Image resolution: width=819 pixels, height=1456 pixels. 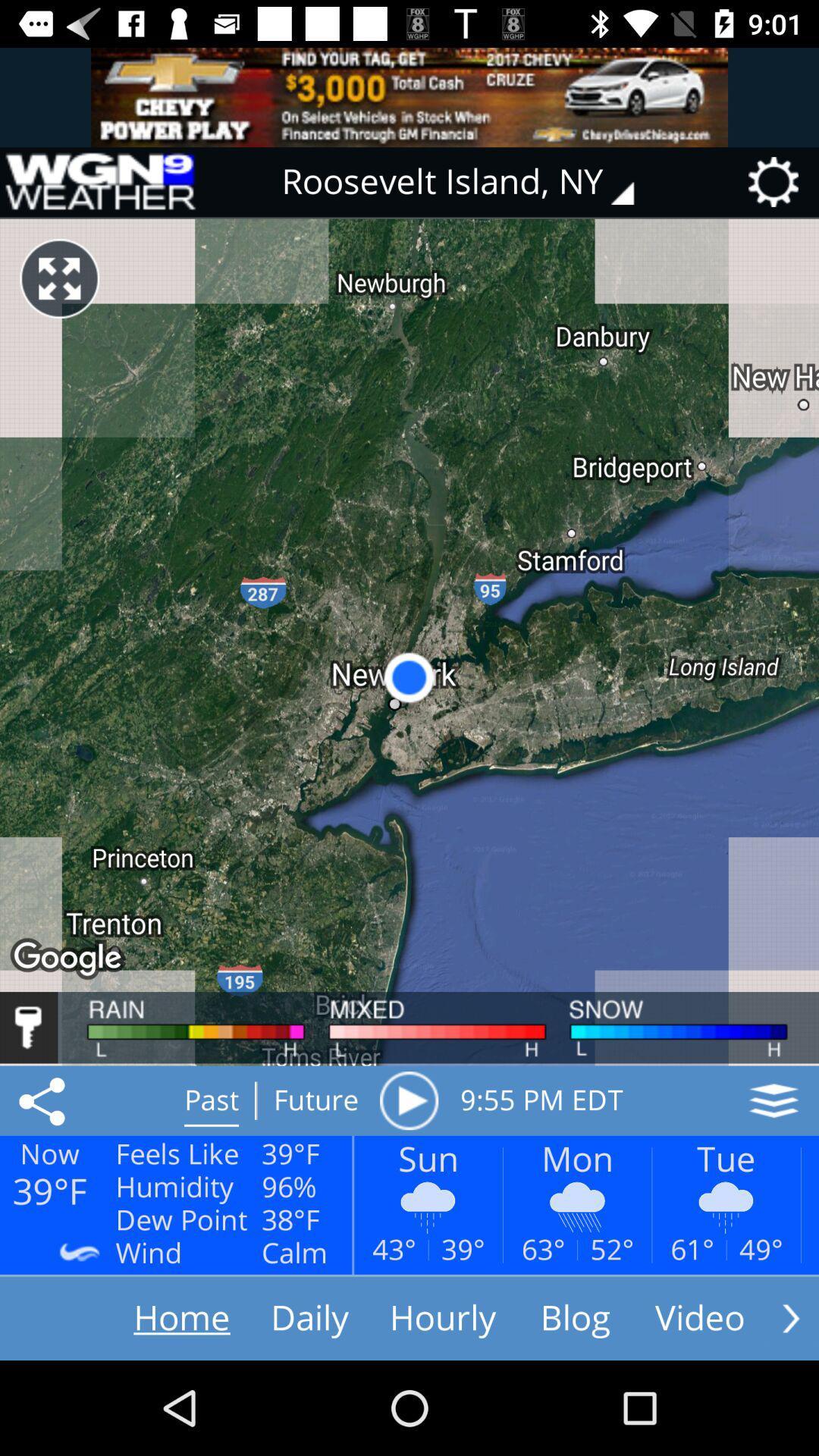 What do you see at coordinates (44, 1100) in the screenshot?
I see `share with others` at bounding box center [44, 1100].